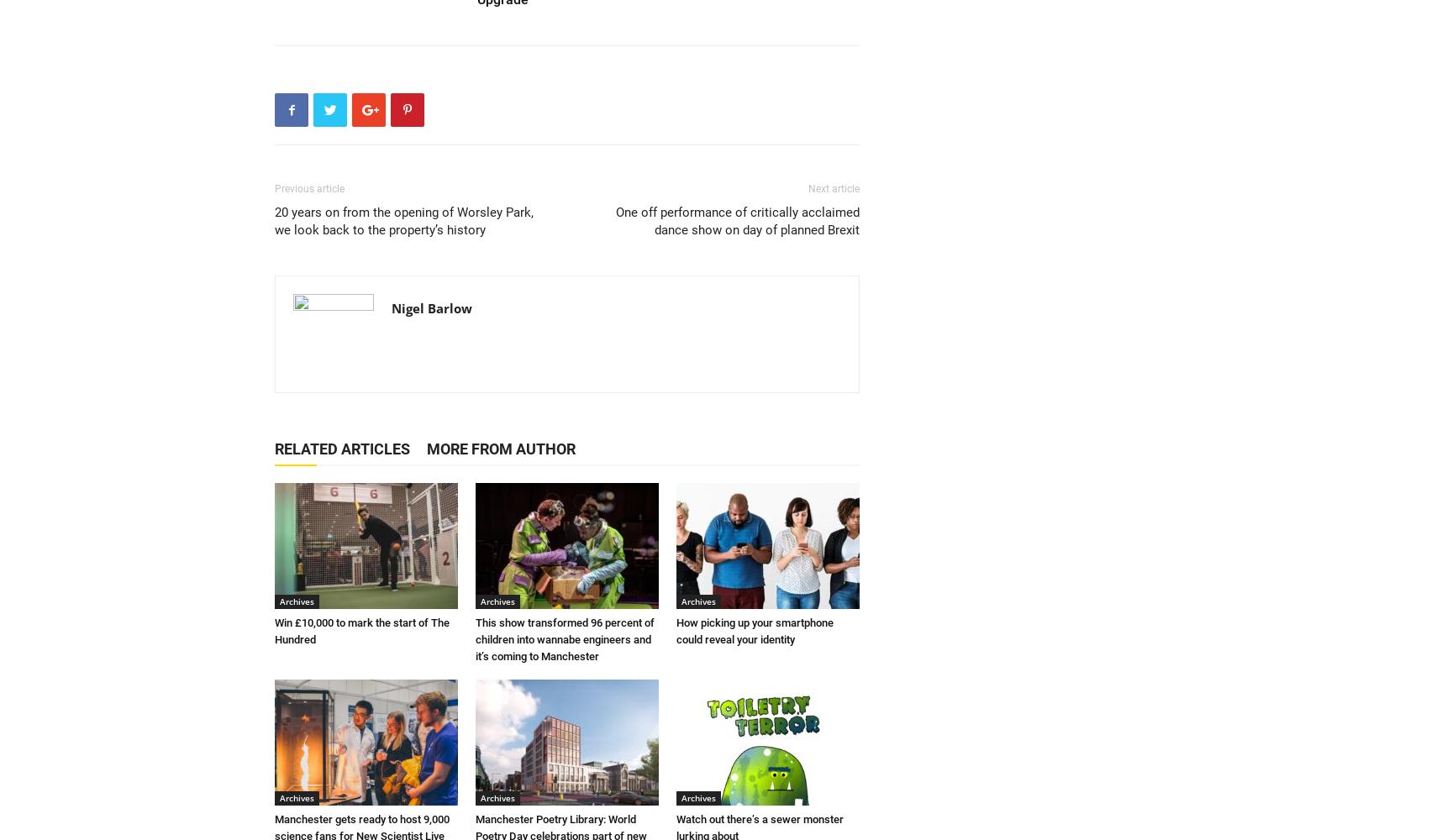 The image size is (1447, 840). Describe the element at coordinates (403, 221) in the screenshot. I see `'20 years on from the opening of Worsley Park, we look back to the property’s history'` at that location.